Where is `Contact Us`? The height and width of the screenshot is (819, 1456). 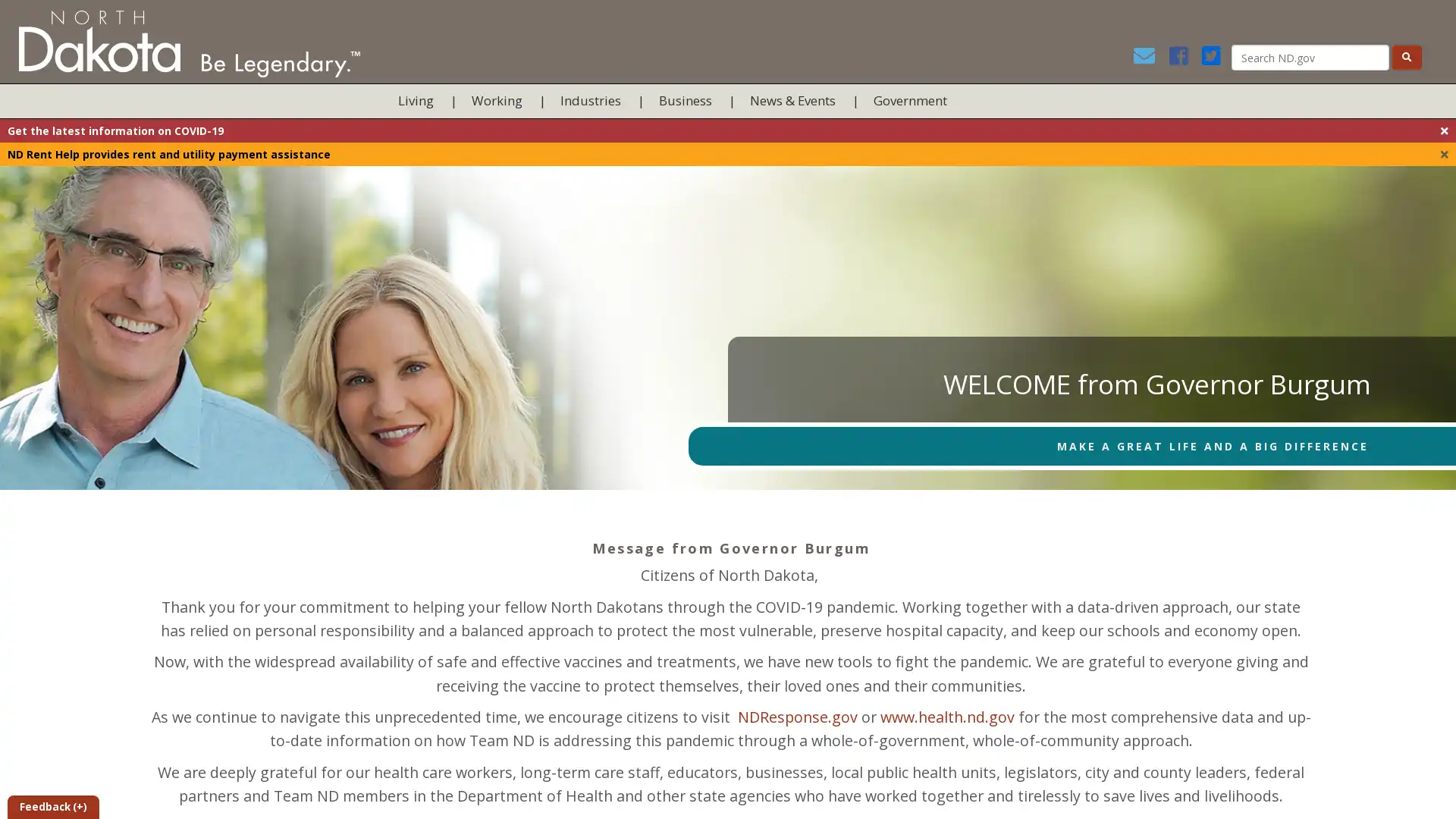 Contact Us is located at coordinates (1149, 58).